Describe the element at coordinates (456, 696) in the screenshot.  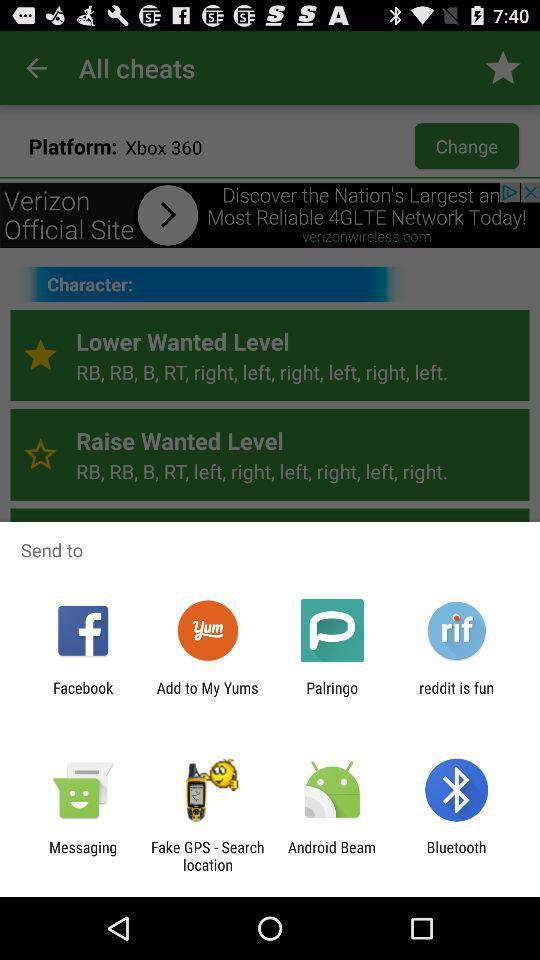
I see `the item to the right of the palringo icon` at that location.